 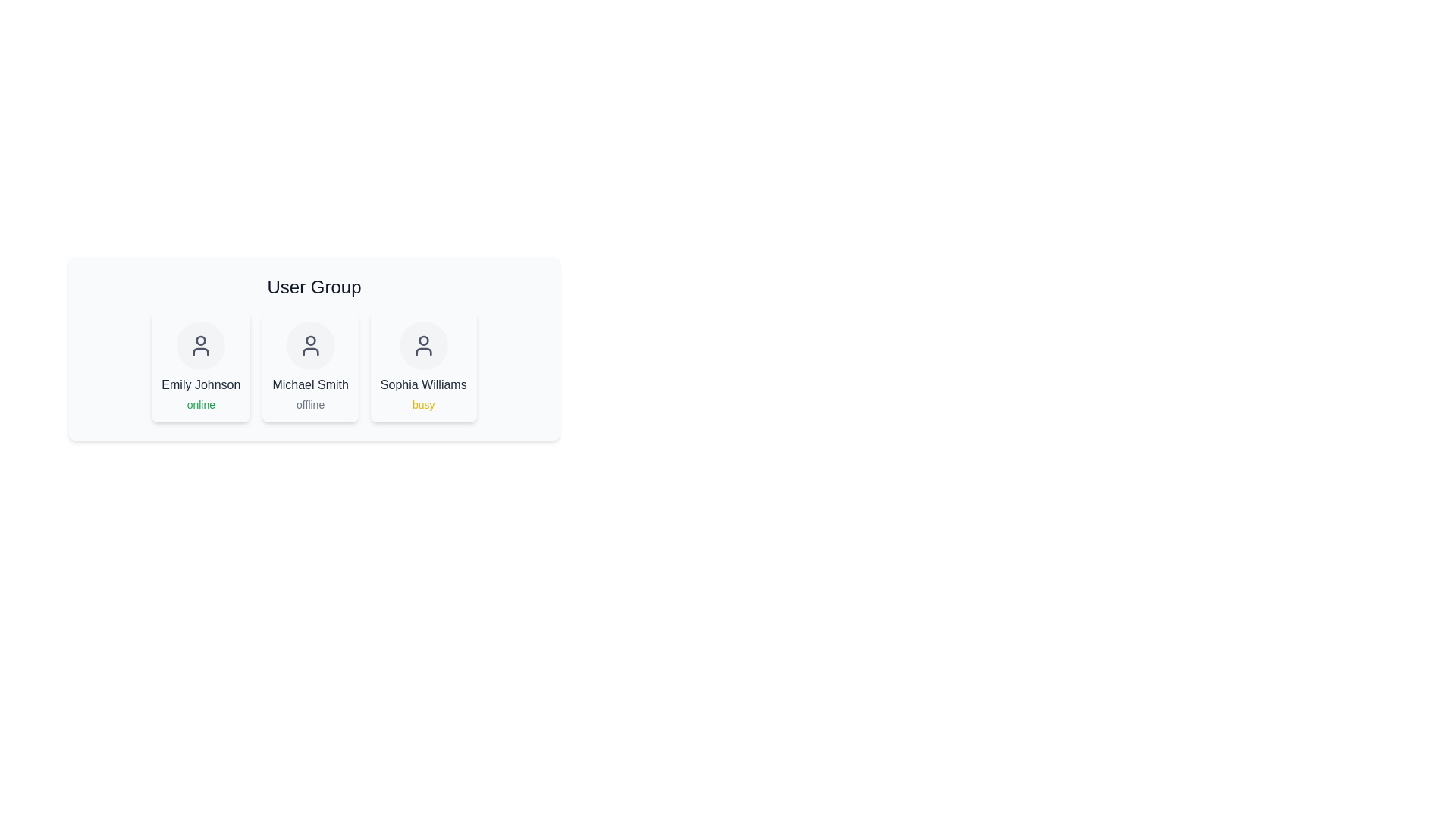 What do you see at coordinates (200, 345) in the screenshot?
I see `the user icon representing Emily Johnson, which is positioned above the text 'Emily Johnson' and 'online' within the group` at bounding box center [200, 345].